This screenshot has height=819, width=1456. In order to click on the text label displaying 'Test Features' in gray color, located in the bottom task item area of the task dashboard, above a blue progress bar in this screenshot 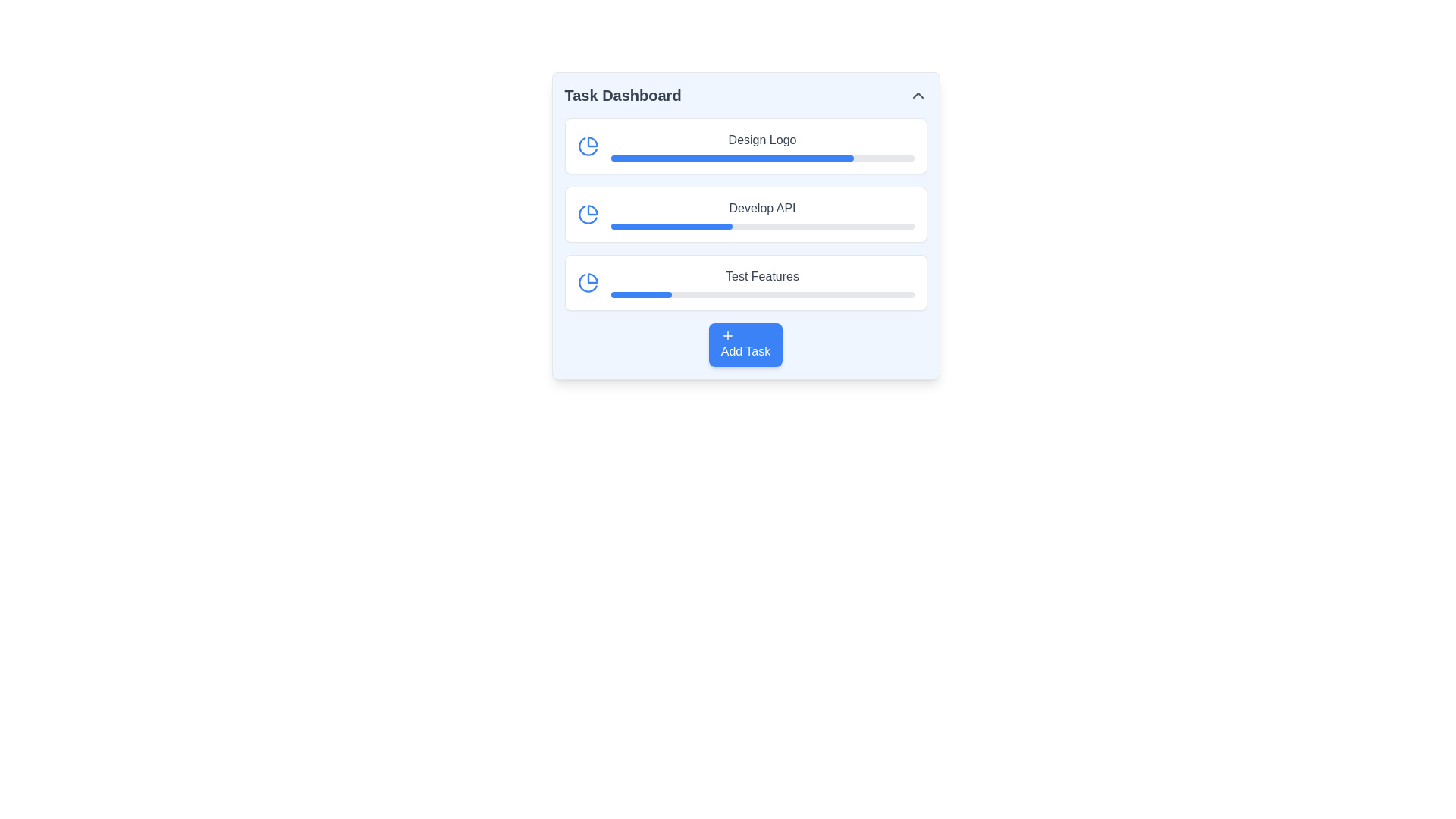, I will do `click(762, 277)`.